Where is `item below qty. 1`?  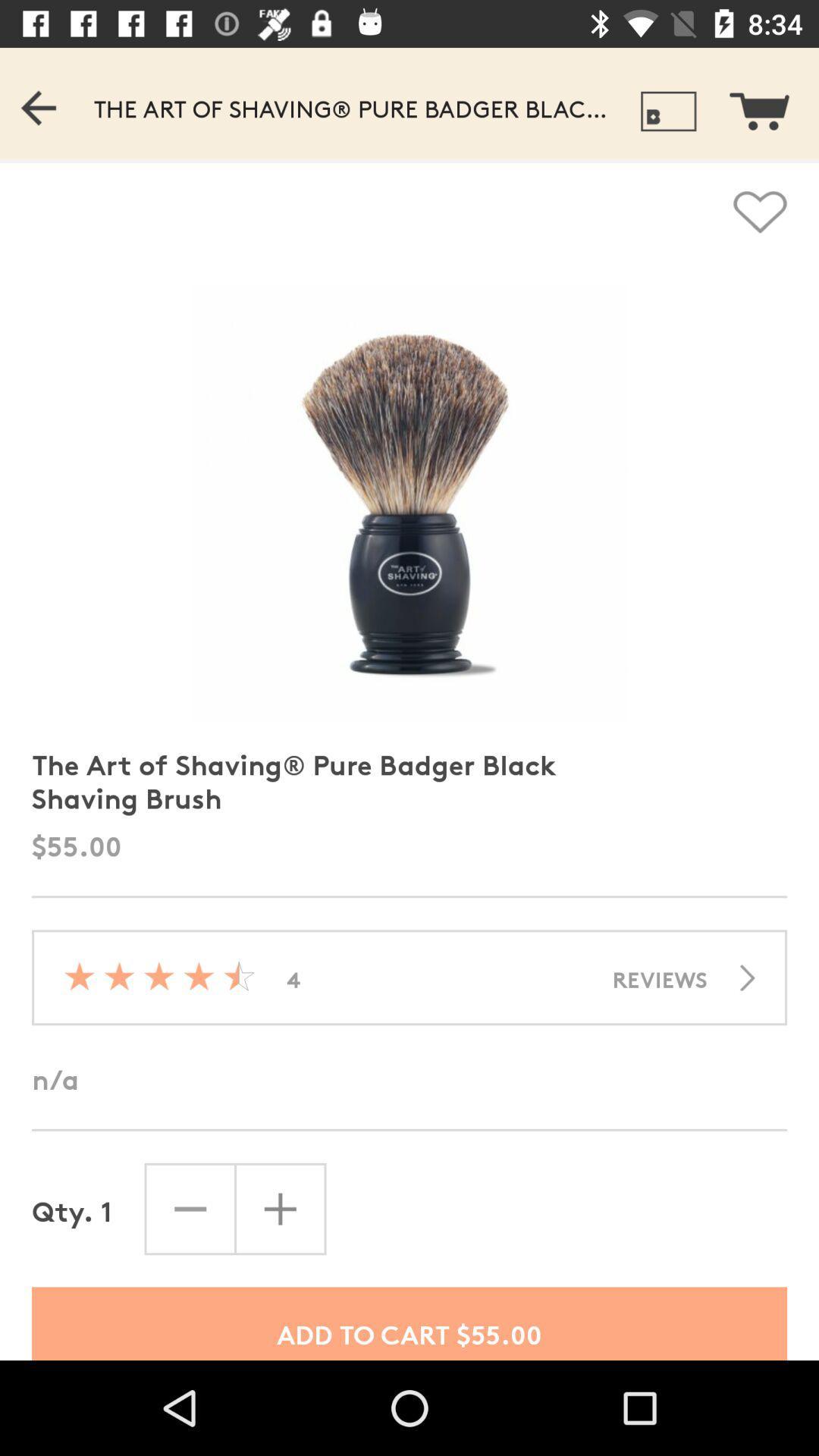
item below qty. 1 is located at coordinates (409, 1323).